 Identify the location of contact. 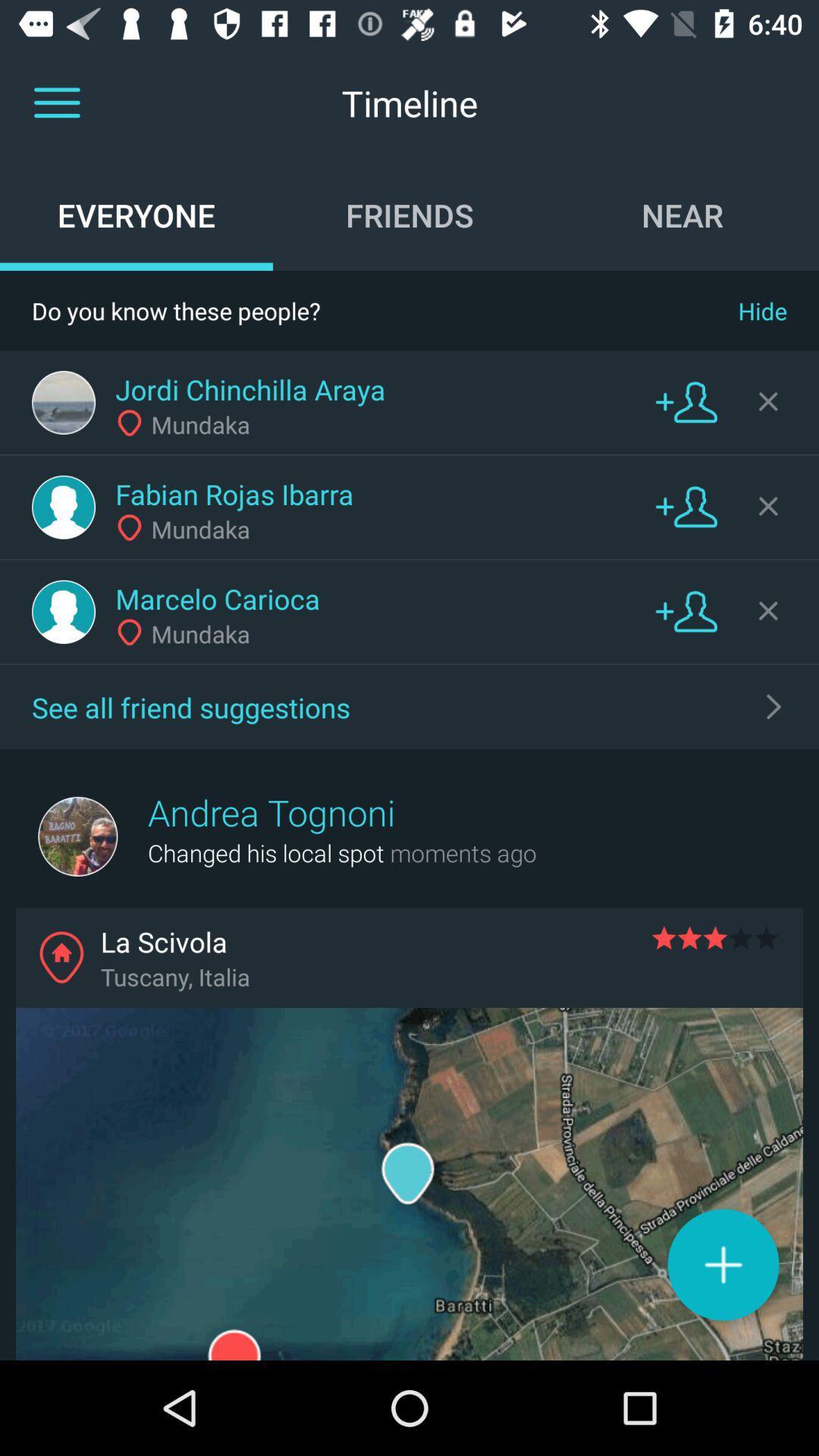
(686, 506).